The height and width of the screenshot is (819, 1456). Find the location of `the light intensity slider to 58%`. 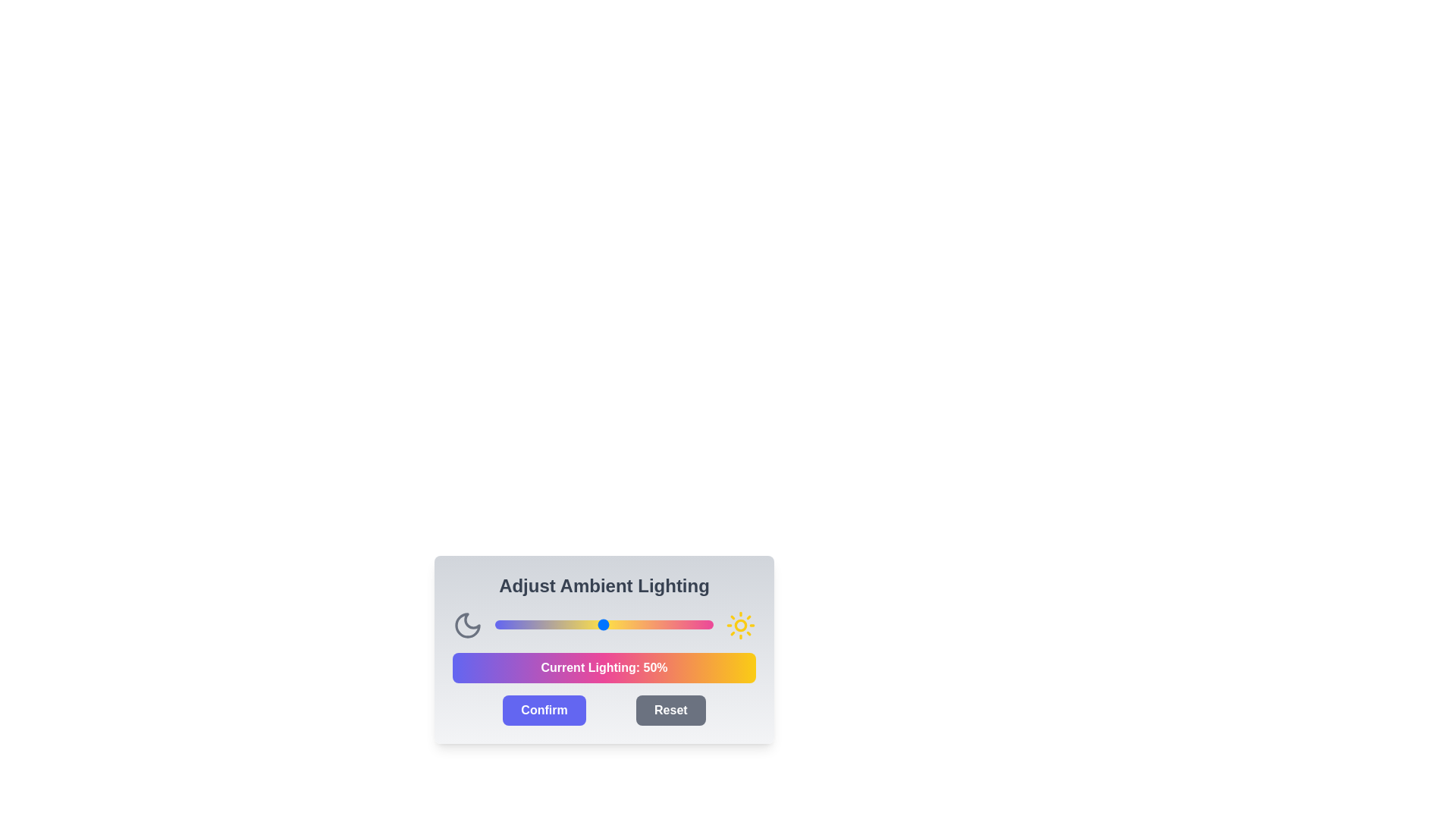

the light intensity slider to 58% is located at coordinates (622, 625).